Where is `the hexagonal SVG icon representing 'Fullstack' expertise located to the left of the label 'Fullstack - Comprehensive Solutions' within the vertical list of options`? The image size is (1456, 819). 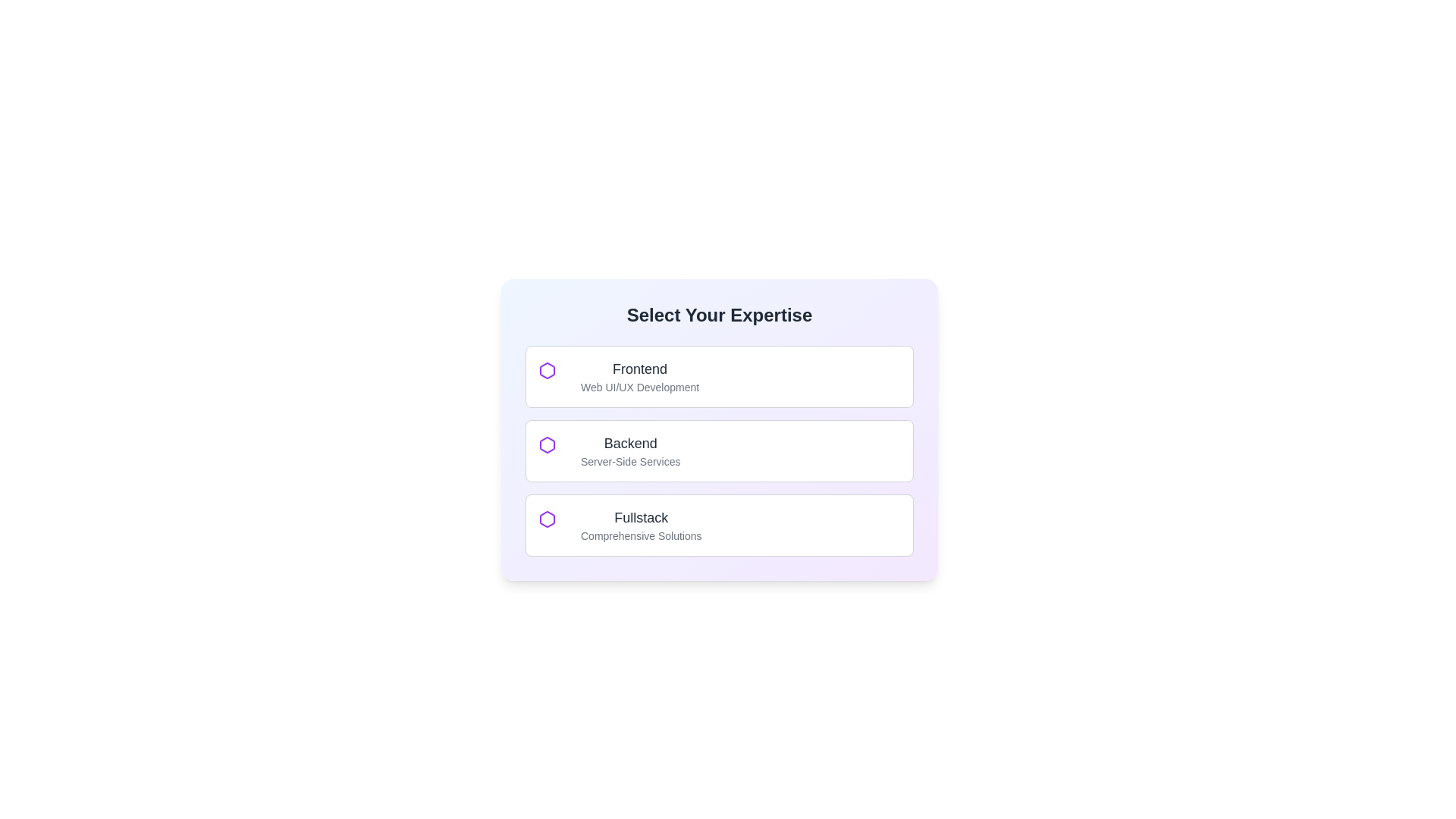
the hexagonal SVG icon representing 'Fullstack' expertise located to the left of the label 'Fullstack - Comprehensive Solutions' within the vertical list of options is located at coordinates (546, 519).